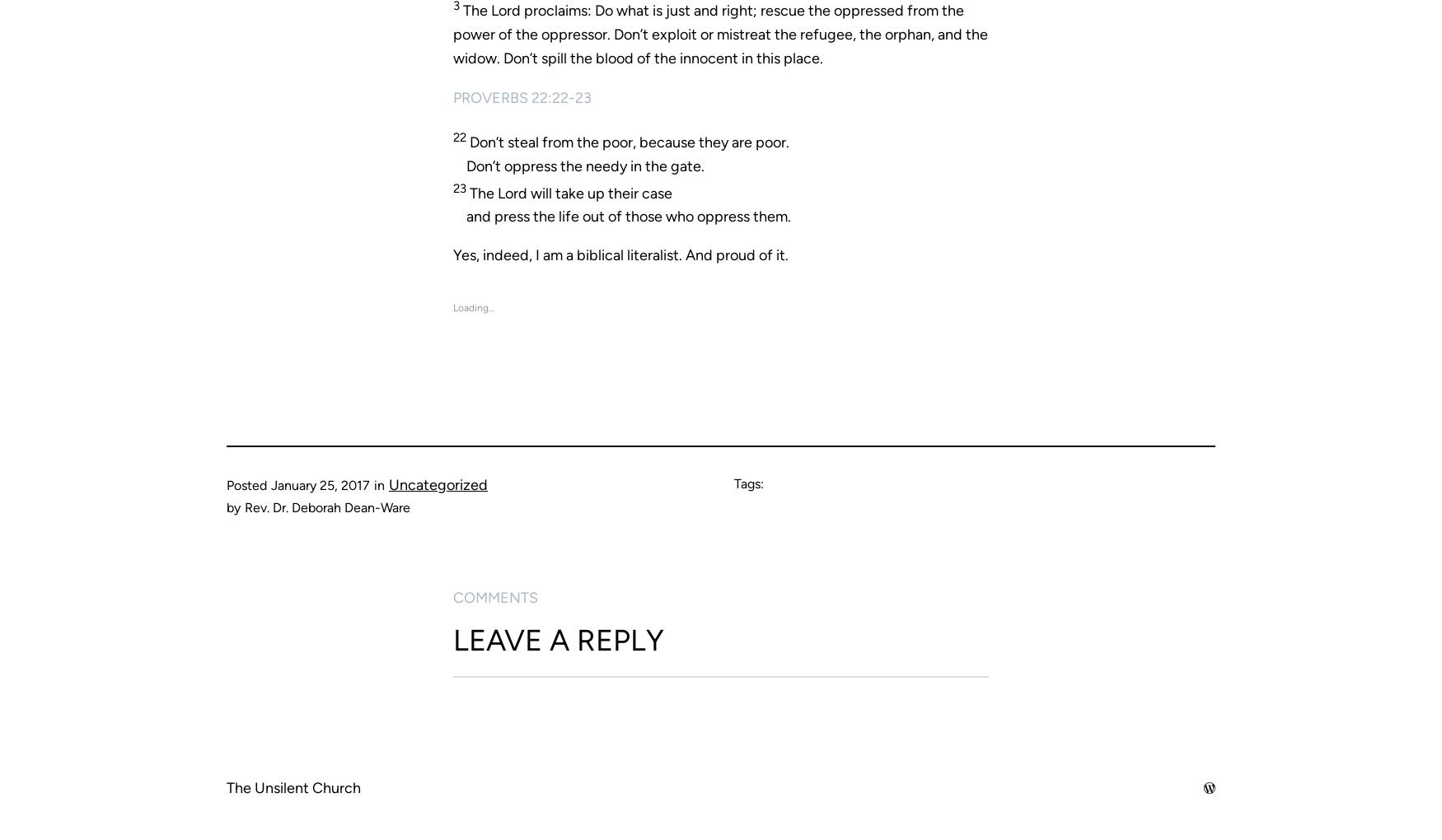 The width and height of the screenshot is (1442, 840). I want to click on 'Leave a Reply', so click(557, 638).